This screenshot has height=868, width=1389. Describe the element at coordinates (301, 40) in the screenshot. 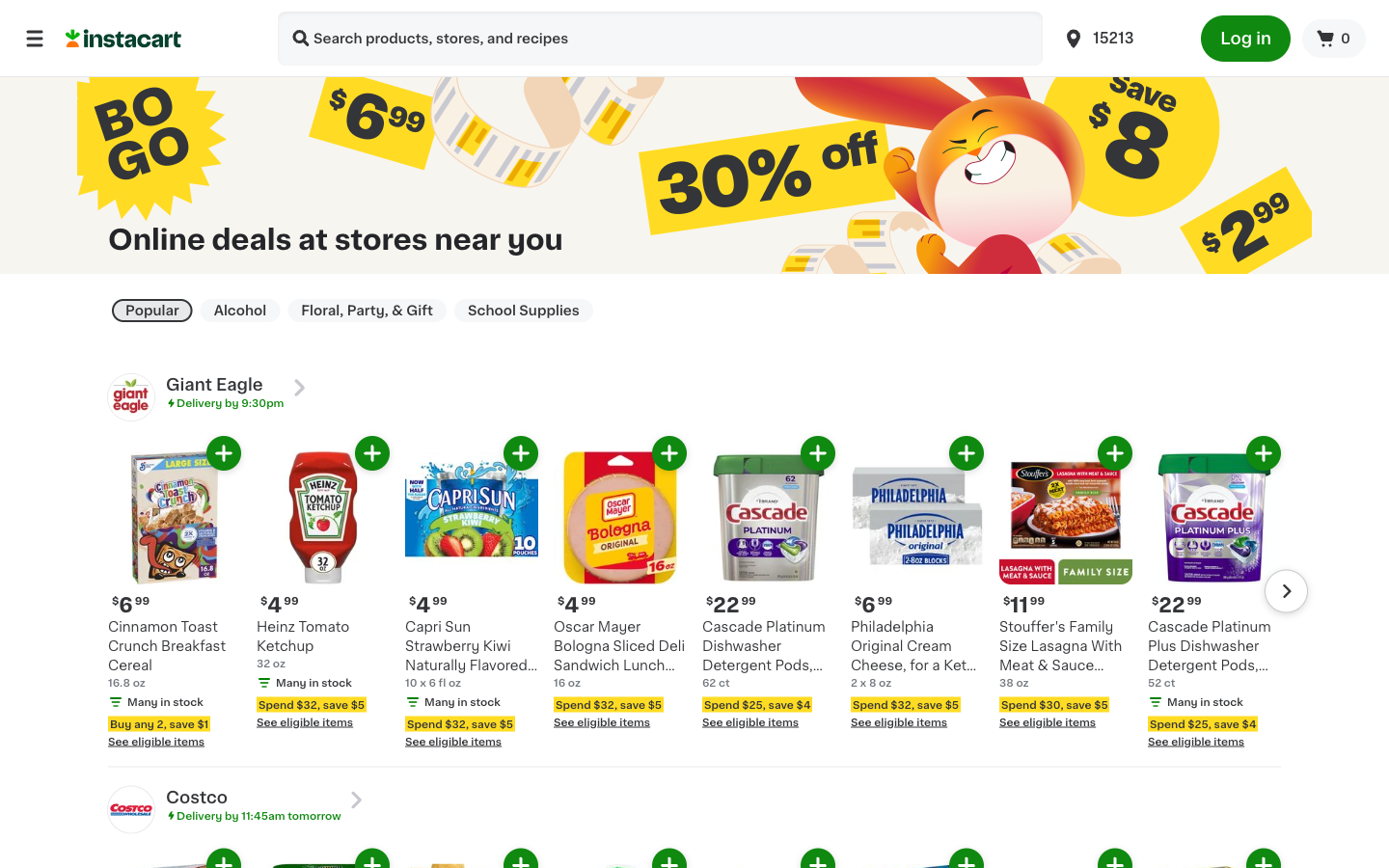

I see `Perform Search for "Diet Coke Can` at that location.